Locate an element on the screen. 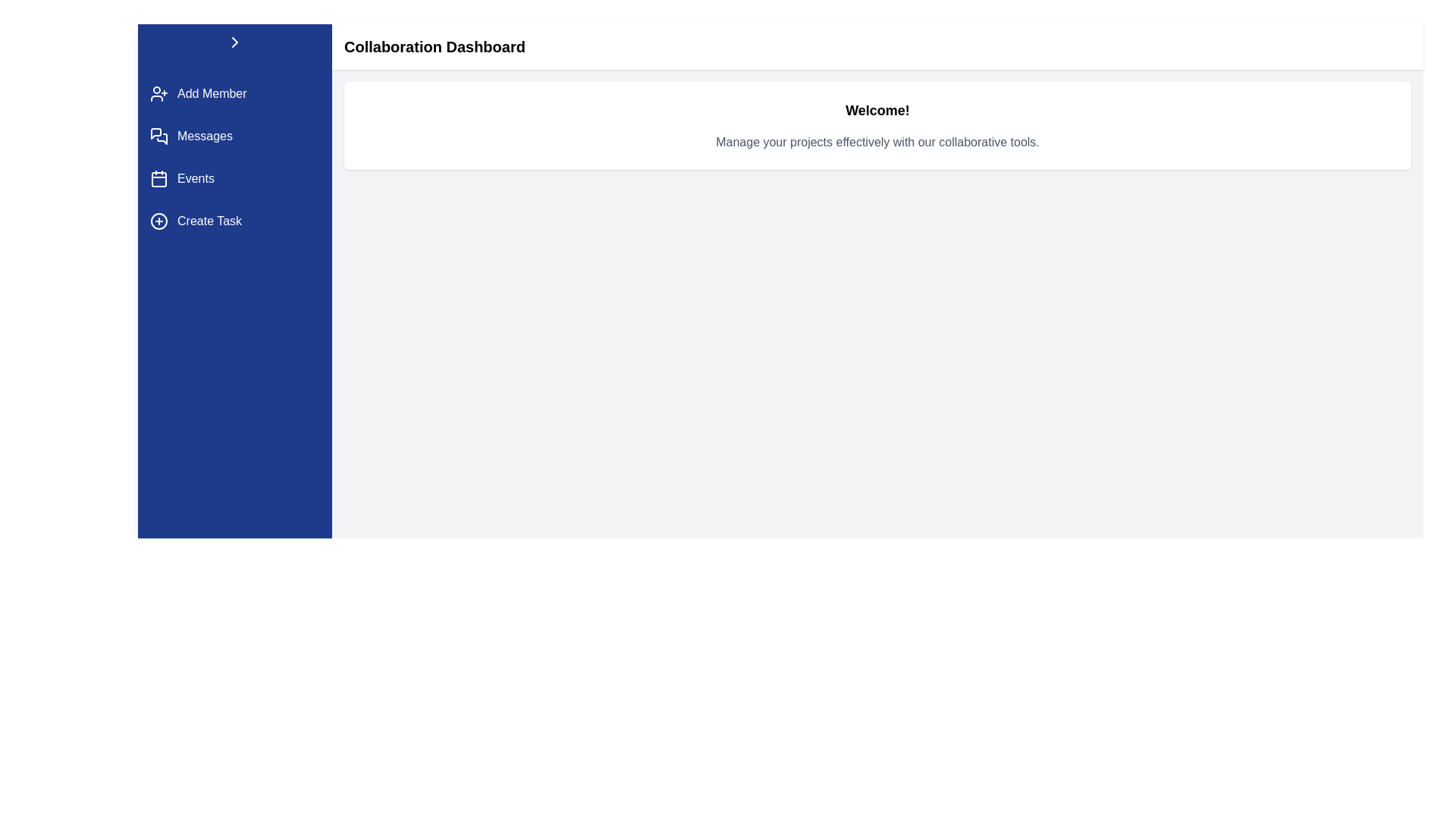 The image size is (1456, 819). the 'Events' button in the vertical menu located between 'Messages' and 'Create Task' is located at coordinates (234, 177).